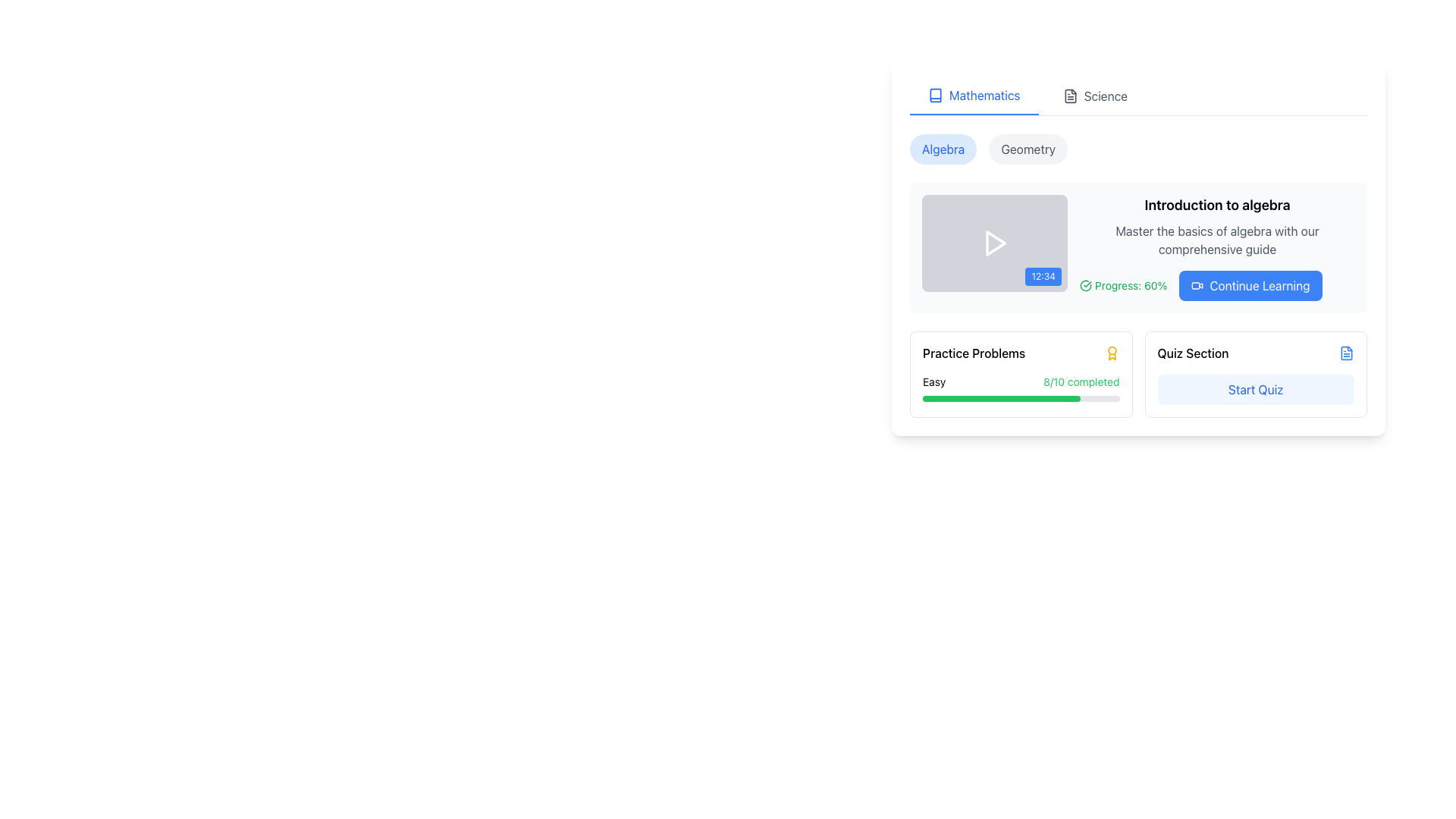  Describe the element at coordinates (934, 94) in the screenshot. I see `the book icon in the navigational bar, which is the first icon on the left and features a clean, outlined design` at that location.